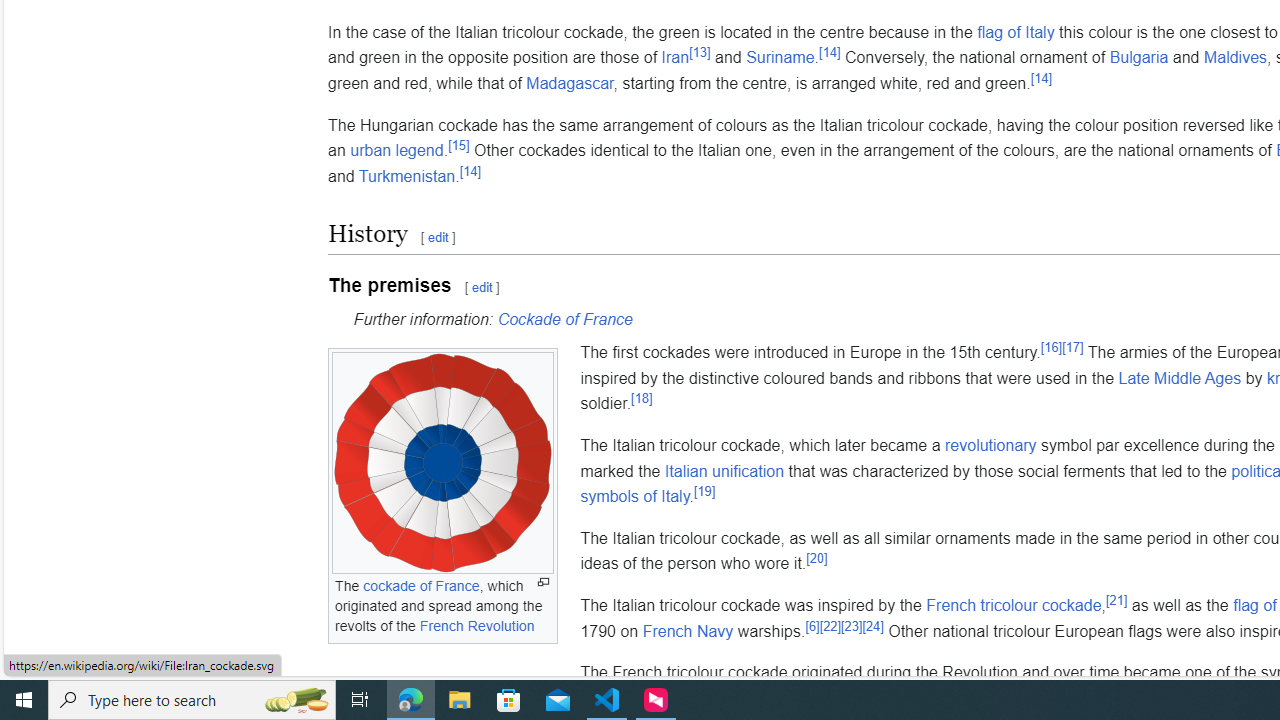 The image size is (1280, 720). Describe the element at coordinates (564, 318) in the screenshot. I see `'Cockade of France'` at that location.